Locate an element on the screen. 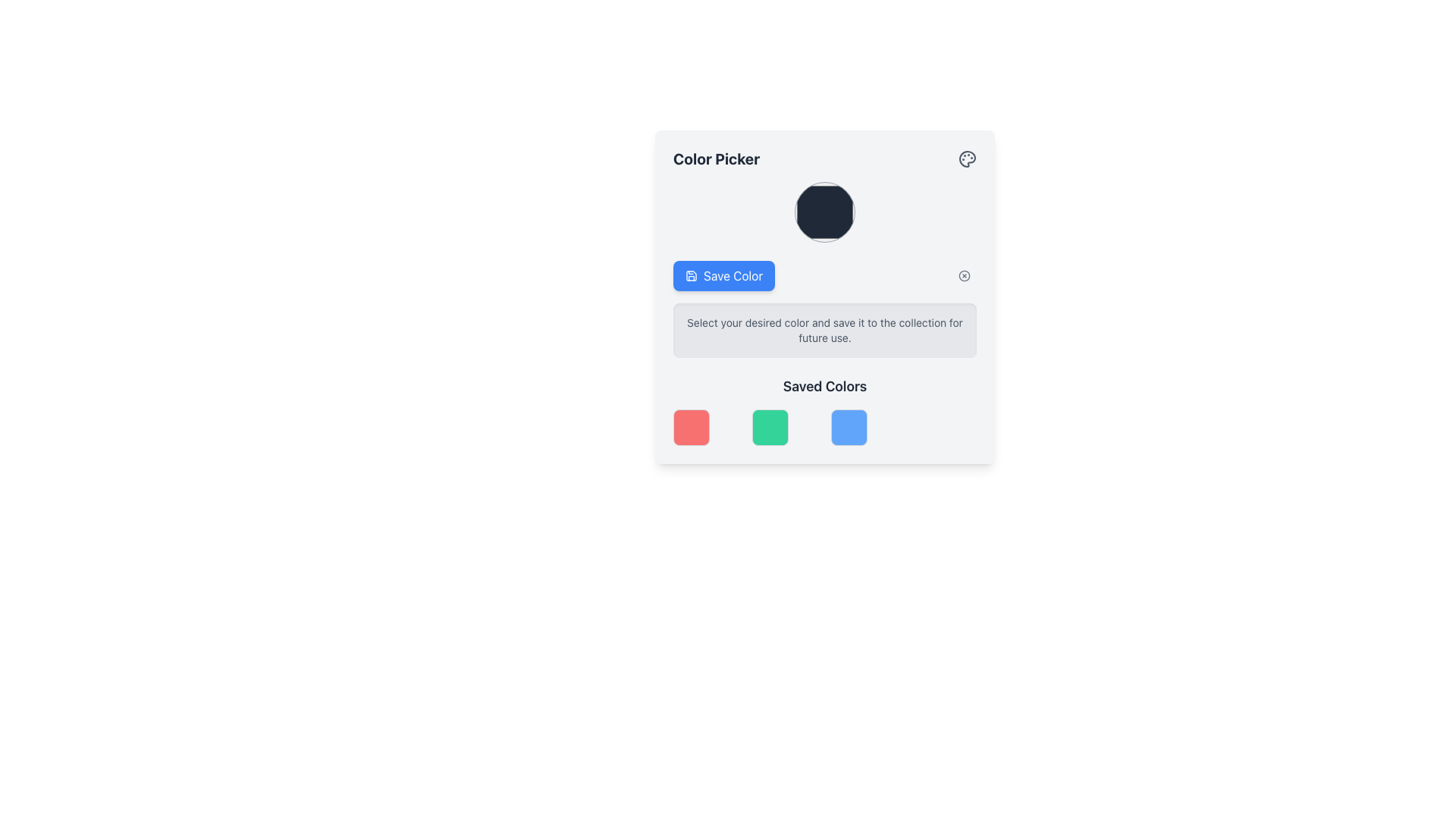 The width and height of the screenshot is (1456, 819). the informational text element located centrally beneath the 'Save Color' button and above the 'Saved Colors' section is located at coordinates (824, 329).